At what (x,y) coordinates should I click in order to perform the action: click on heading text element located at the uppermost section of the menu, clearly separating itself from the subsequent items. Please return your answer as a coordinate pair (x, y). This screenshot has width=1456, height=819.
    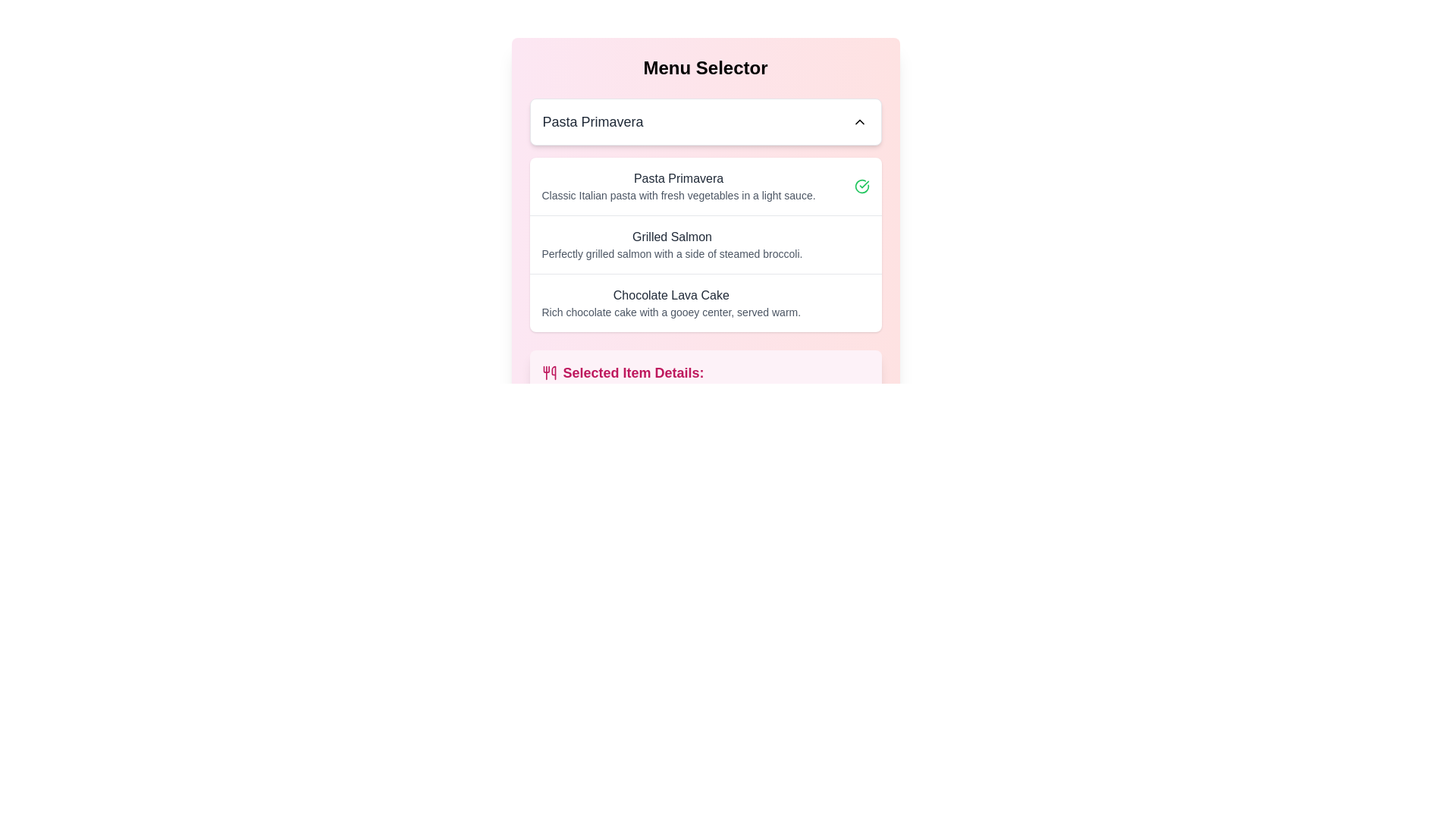
    Looking at the image, I should click on (704, 67).